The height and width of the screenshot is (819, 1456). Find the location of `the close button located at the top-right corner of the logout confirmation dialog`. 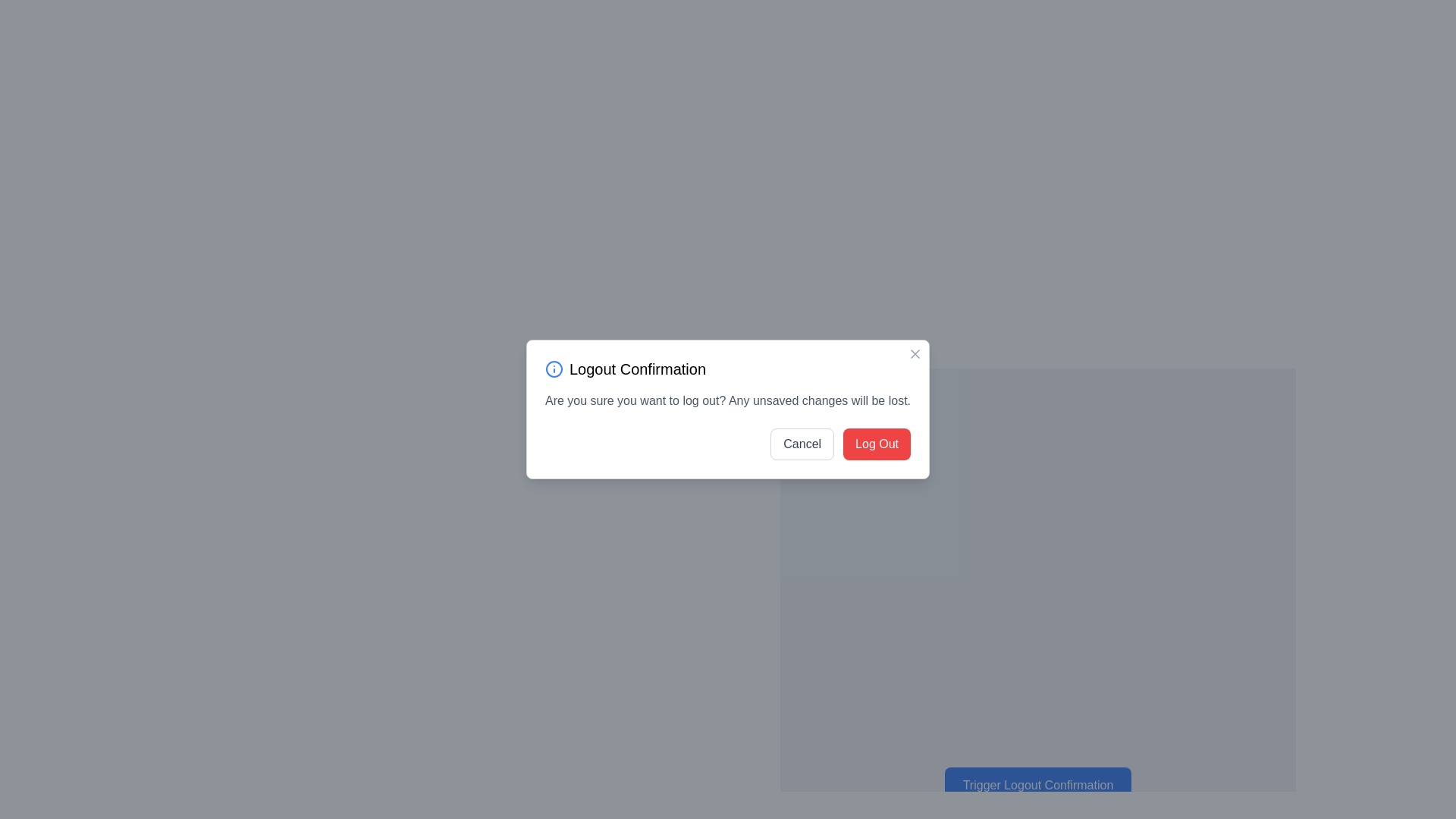

the close button located at the top-right corner of the logout confirmation dialog is located at coordinates (915, 353).